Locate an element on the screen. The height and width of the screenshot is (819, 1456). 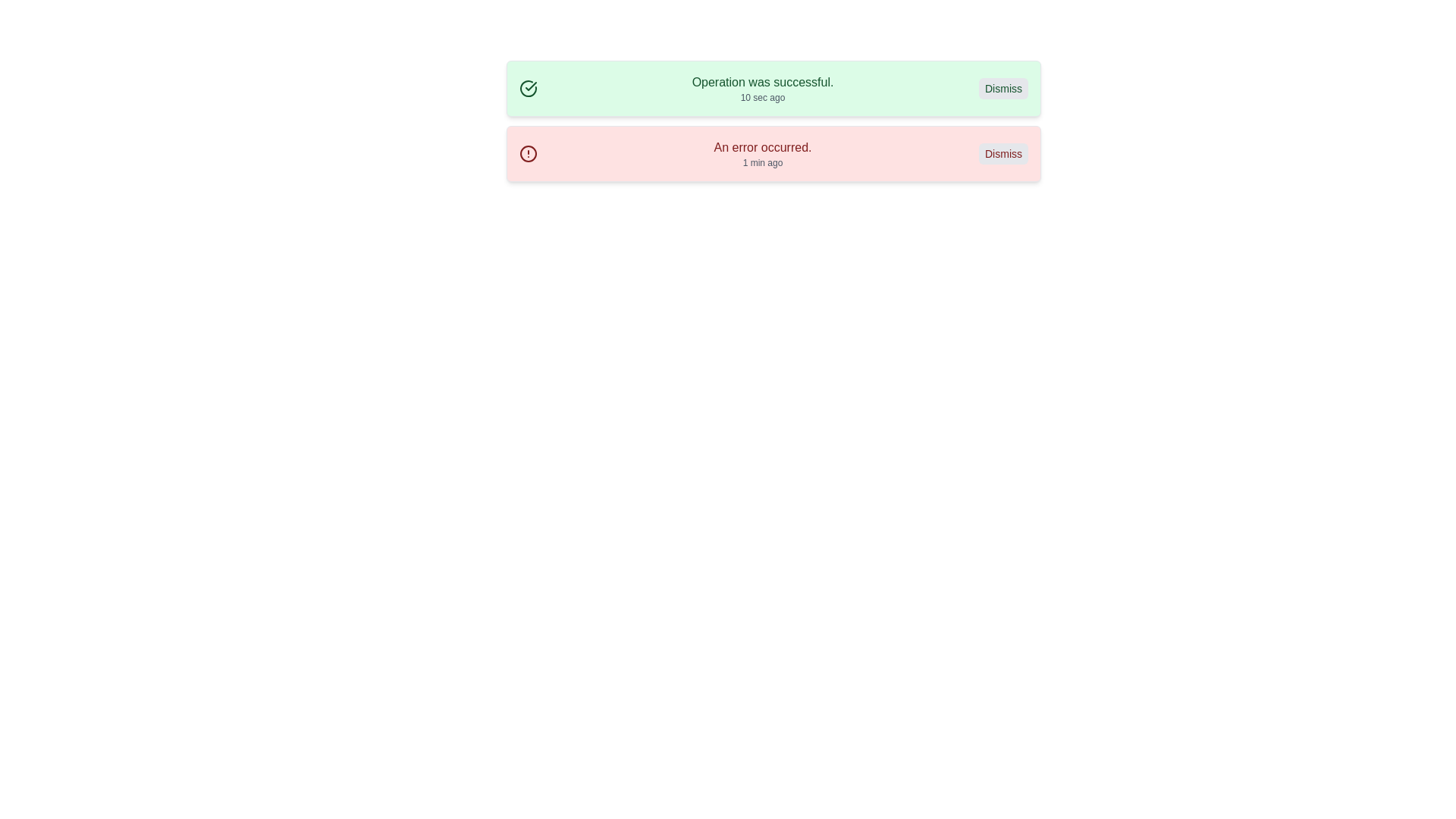
the action button on the right side of the green notification row that displays the message 'Operation was successful. 10 sec ago' is located at coordinates (1003, 88).